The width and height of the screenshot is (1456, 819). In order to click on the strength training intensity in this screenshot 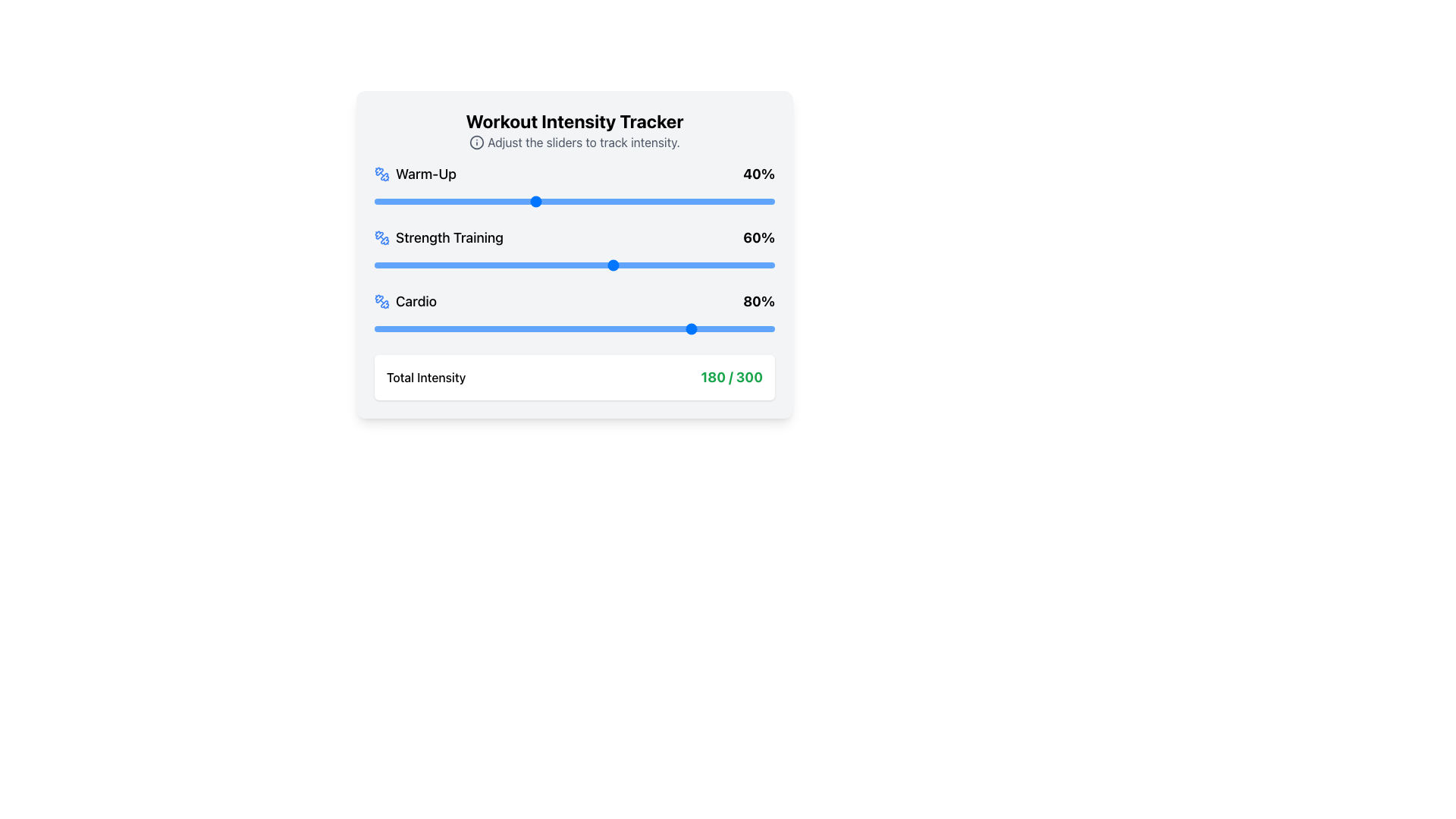, I will do `click(706, 265)`.